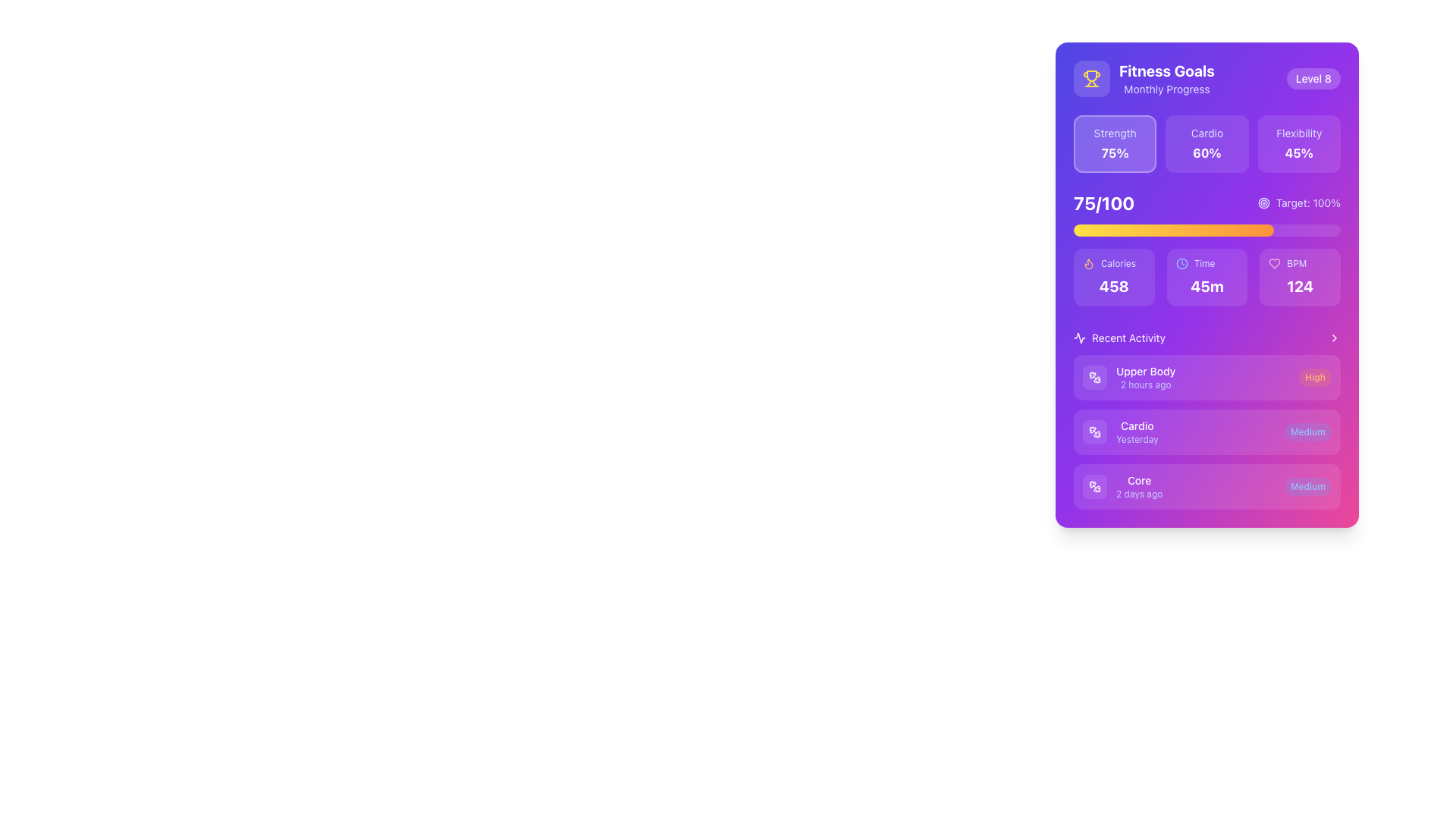 The height and width of the screenshot is (819, 1456). Describe the element at coordinates (1207, 133) in the screenshot. I see `the 'Cardio' label, which is styled in a soft indigo shade and located within a rectangular section labeled '60%', positioned at the upper part of a rounded rectangular card` at that location.